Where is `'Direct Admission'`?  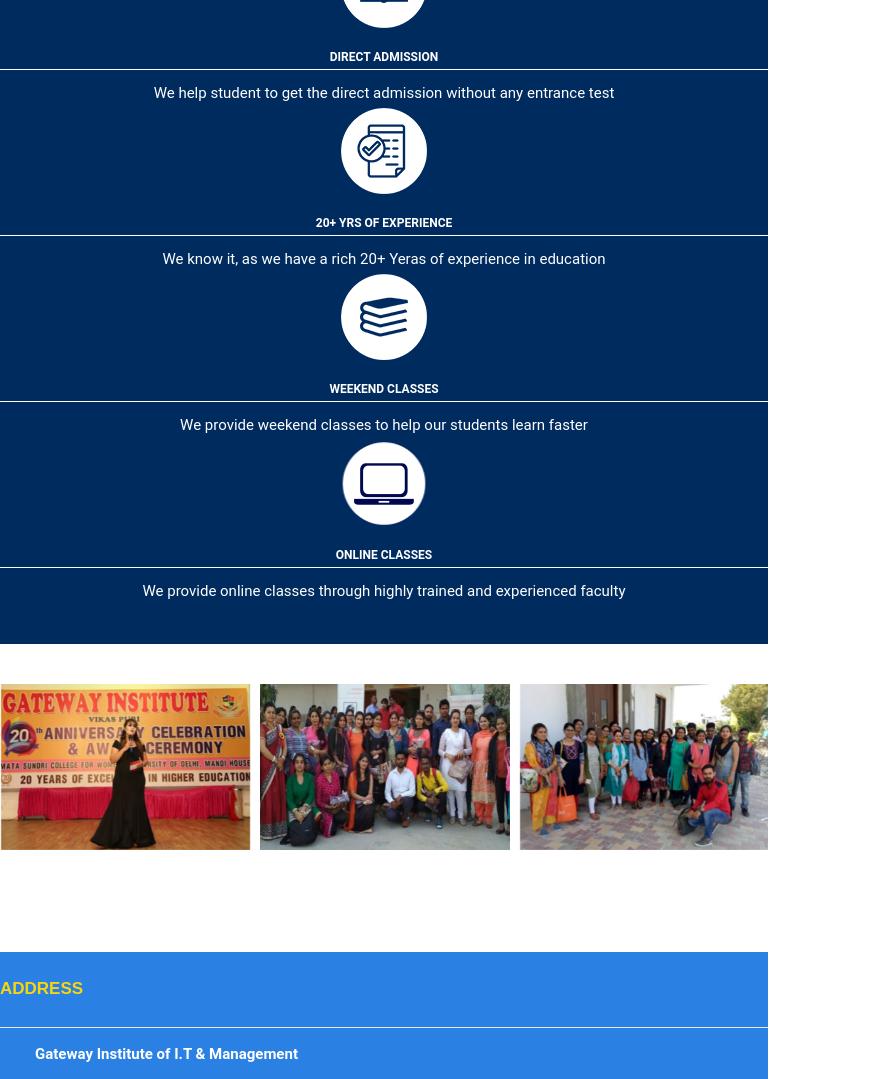 'Direct Admission' is located at coordinates (383, 55).